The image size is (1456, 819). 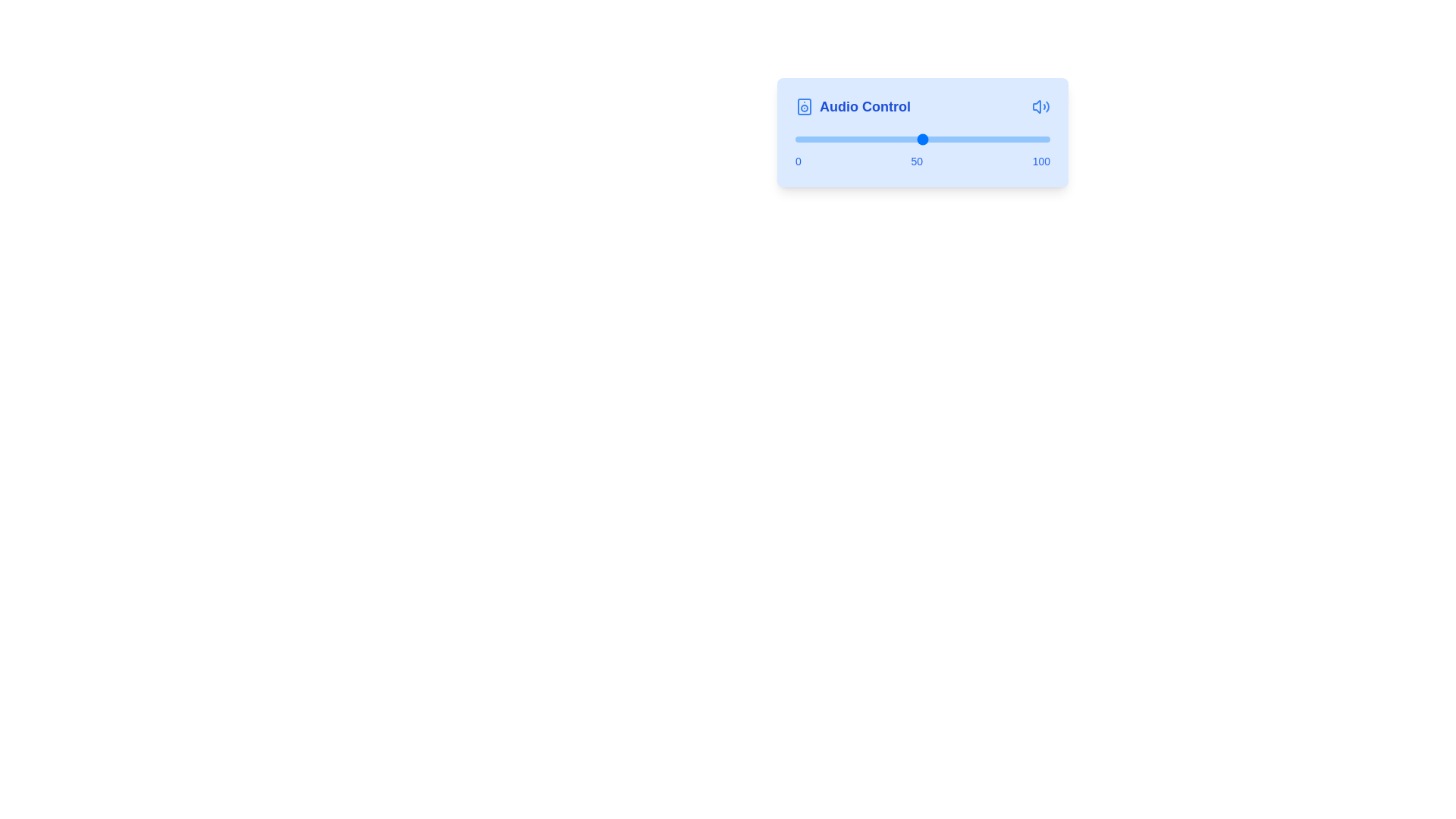 What do you see at coordinates (807, 140) in the screenshot?
I see `the audio level` at bounding box center [807, 140].